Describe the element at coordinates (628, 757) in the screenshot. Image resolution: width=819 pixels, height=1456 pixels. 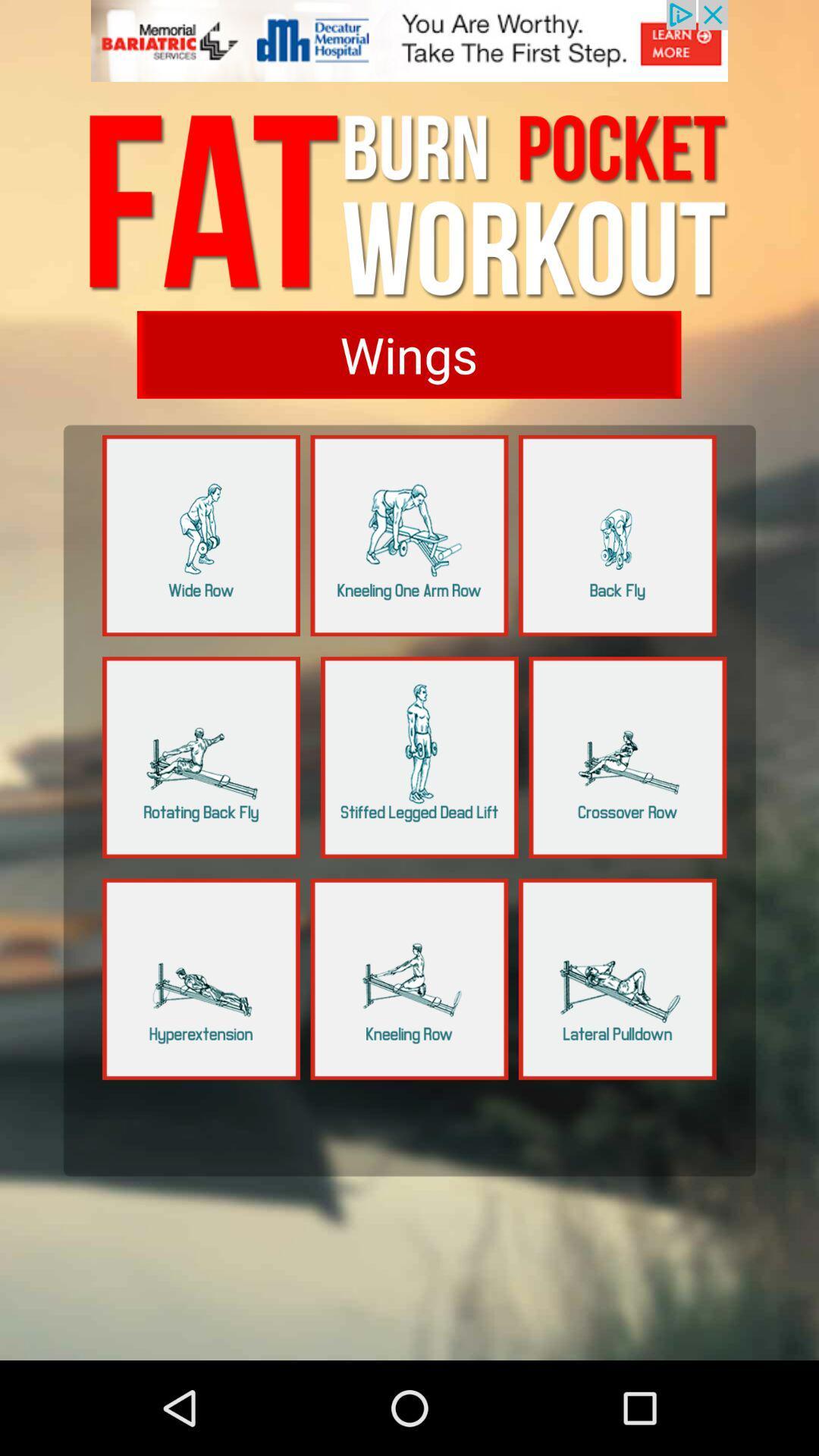
I see `excercise` at that location.